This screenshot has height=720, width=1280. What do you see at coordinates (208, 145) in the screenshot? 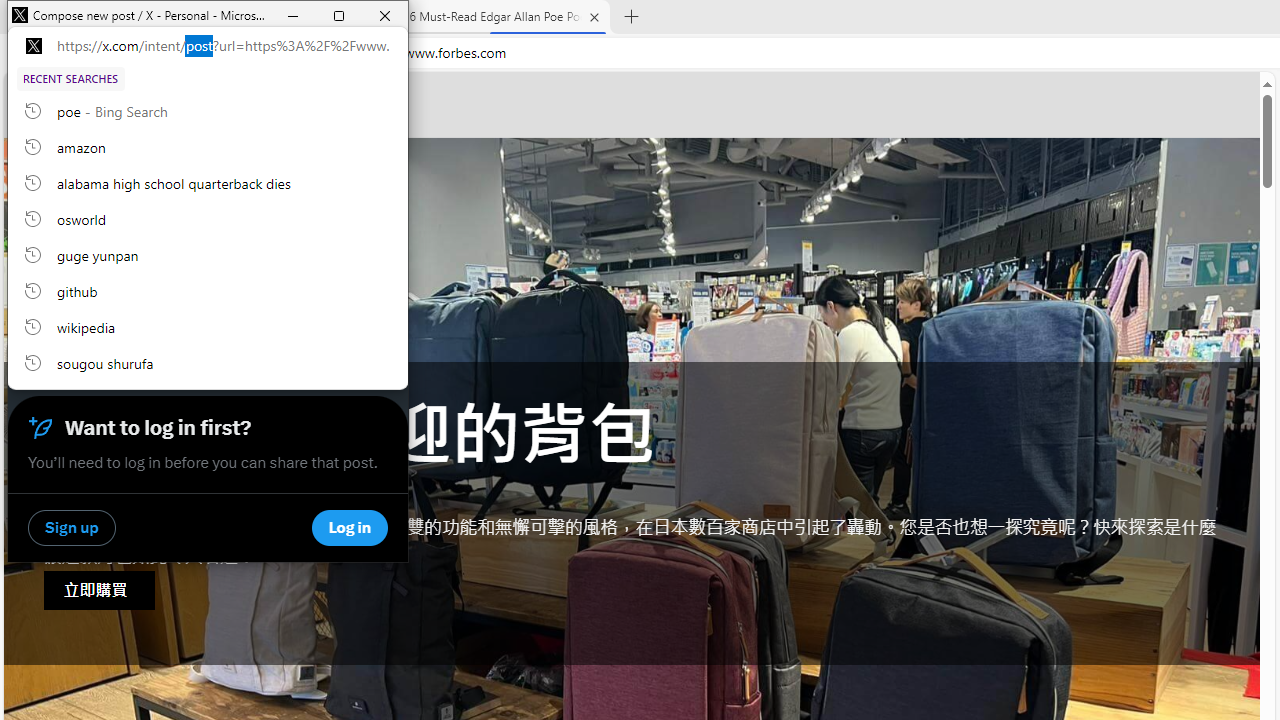
I see `'amazon, recent searches from history'` at bounding box center [208, 145].